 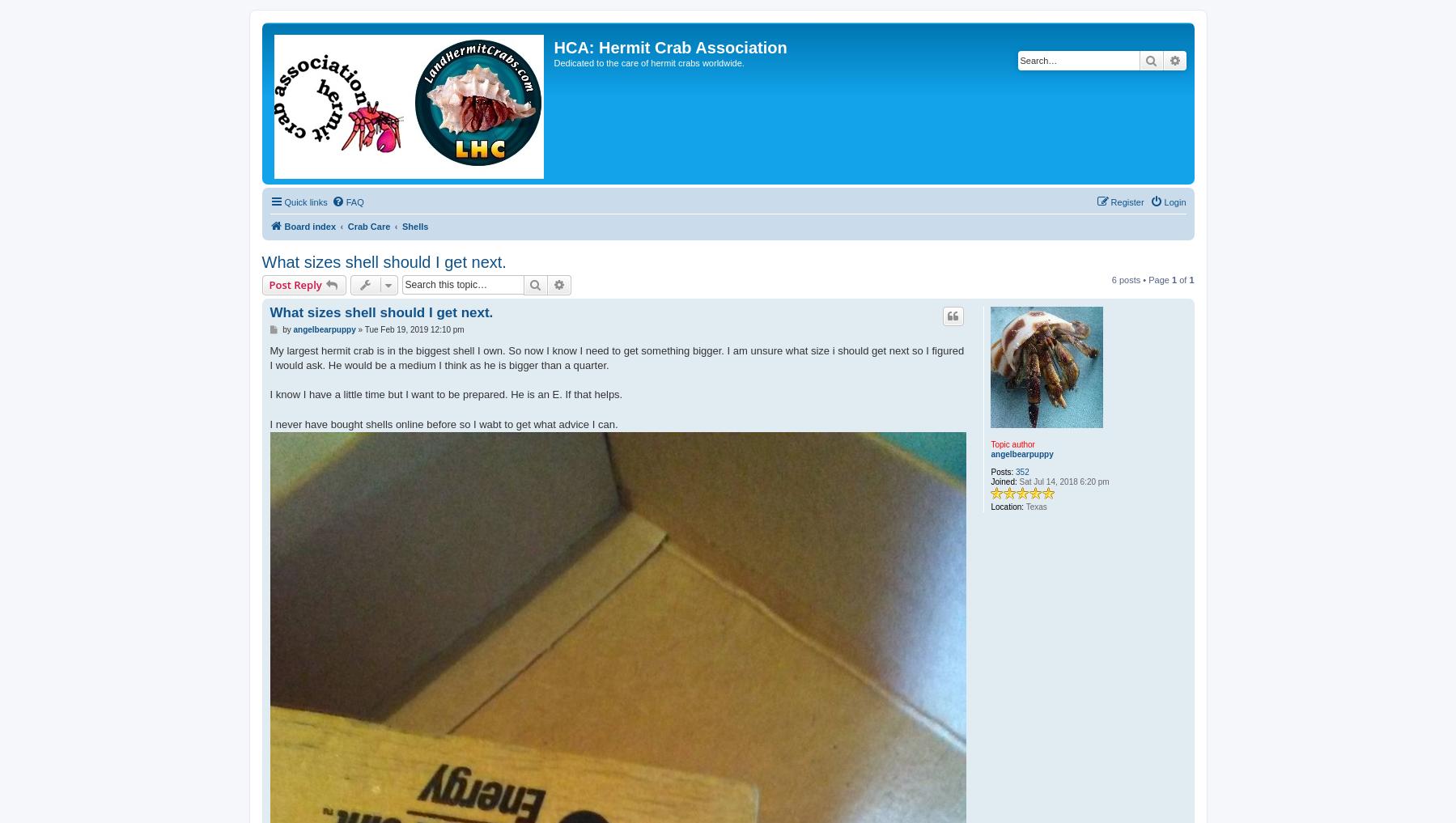 What do you see at coordinates (647, 63) in the screenshot?
I see `'Dedicated to the care of hermit crabs worldwide.'` at bounding box center [647, 63].